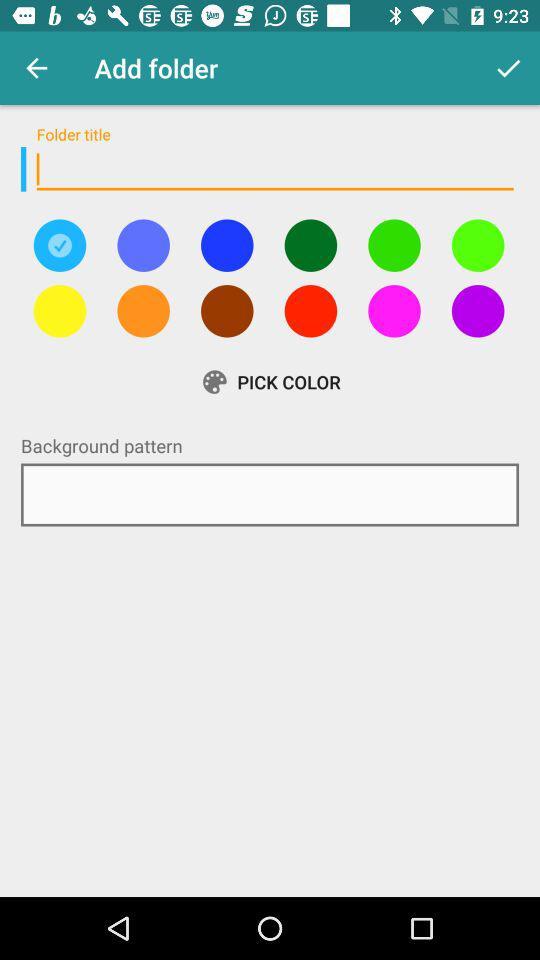  What do you see at coordinates (142, 244) in the screenshot?
I see `go back` at bounding box center [142, 244].